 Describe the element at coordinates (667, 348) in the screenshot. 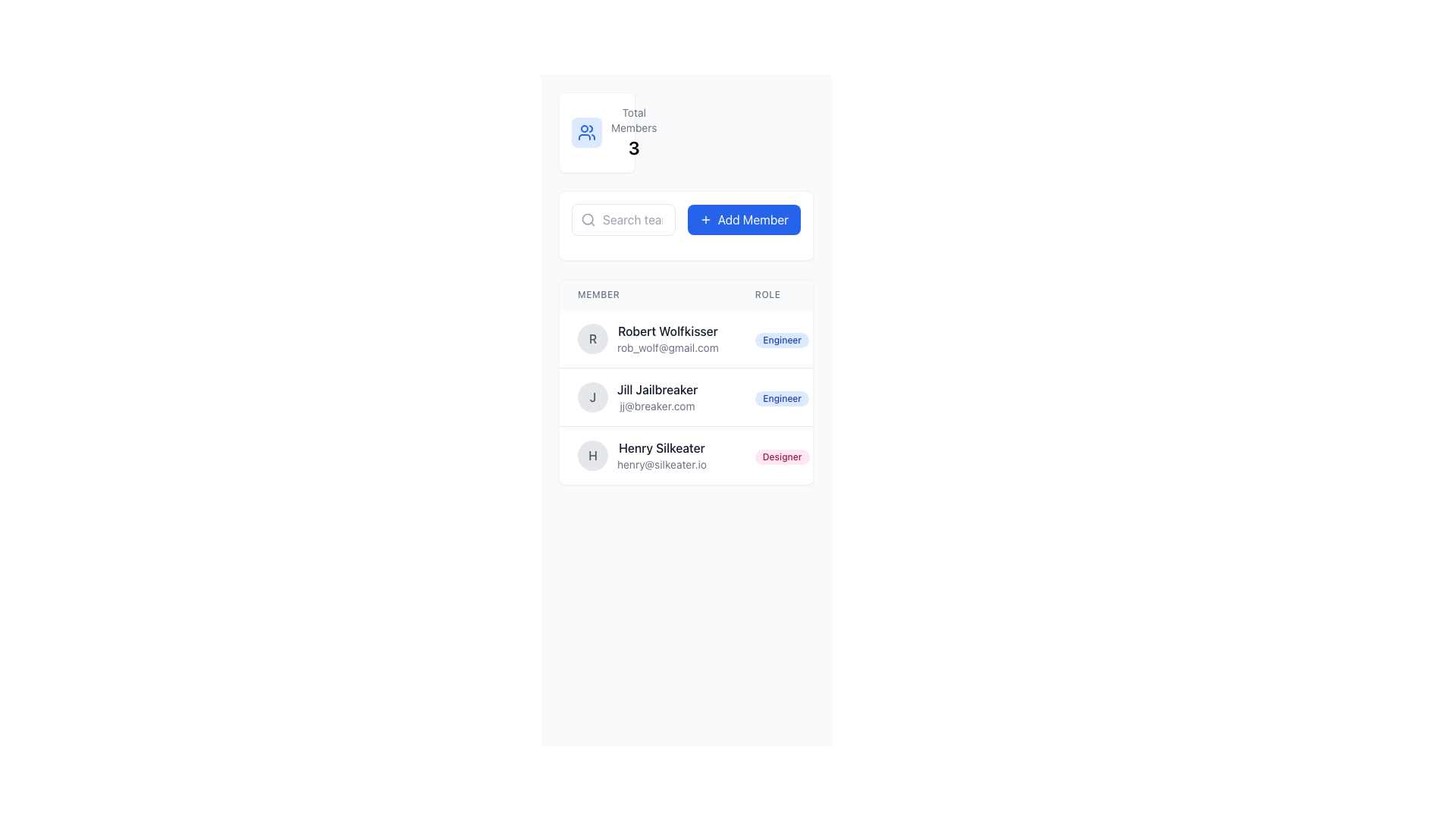

I see `the email text displayed for the member 'Robert Wolfkisser', which is positioned directly underneath the name in the members list` at that location.